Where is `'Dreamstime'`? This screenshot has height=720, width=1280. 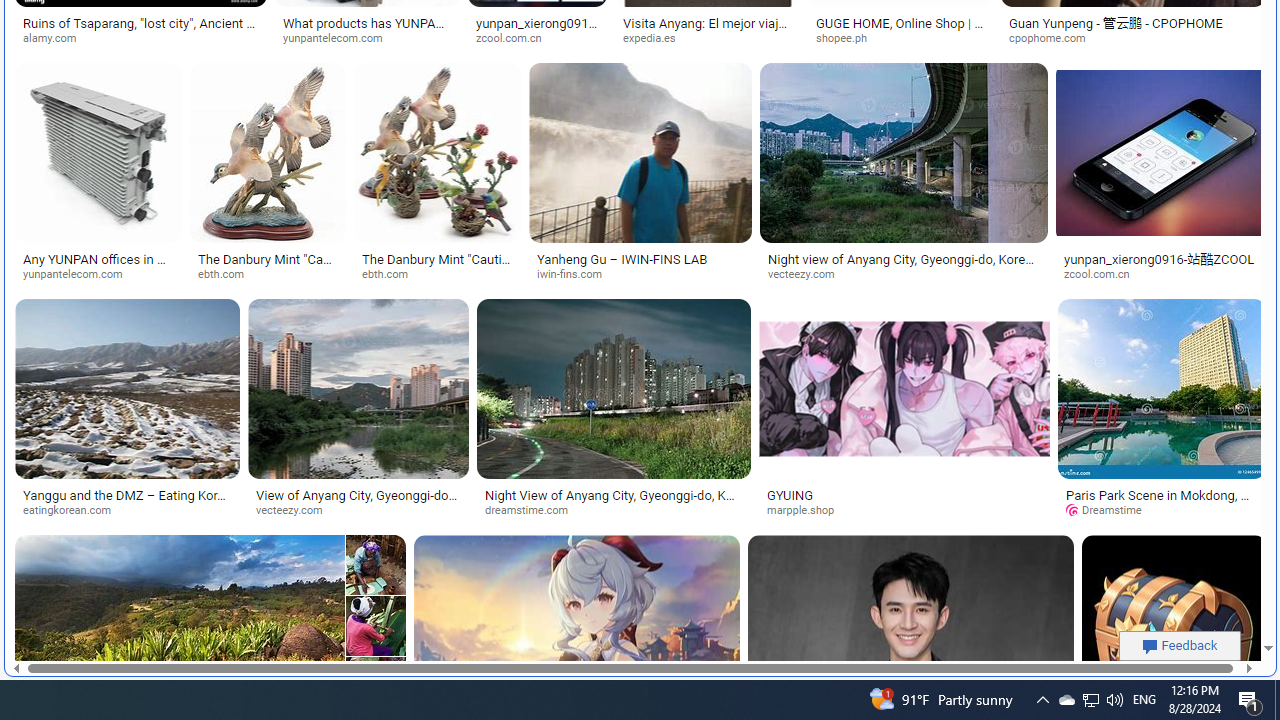
'Dreamstime' is located at coordinates (1110, 509).